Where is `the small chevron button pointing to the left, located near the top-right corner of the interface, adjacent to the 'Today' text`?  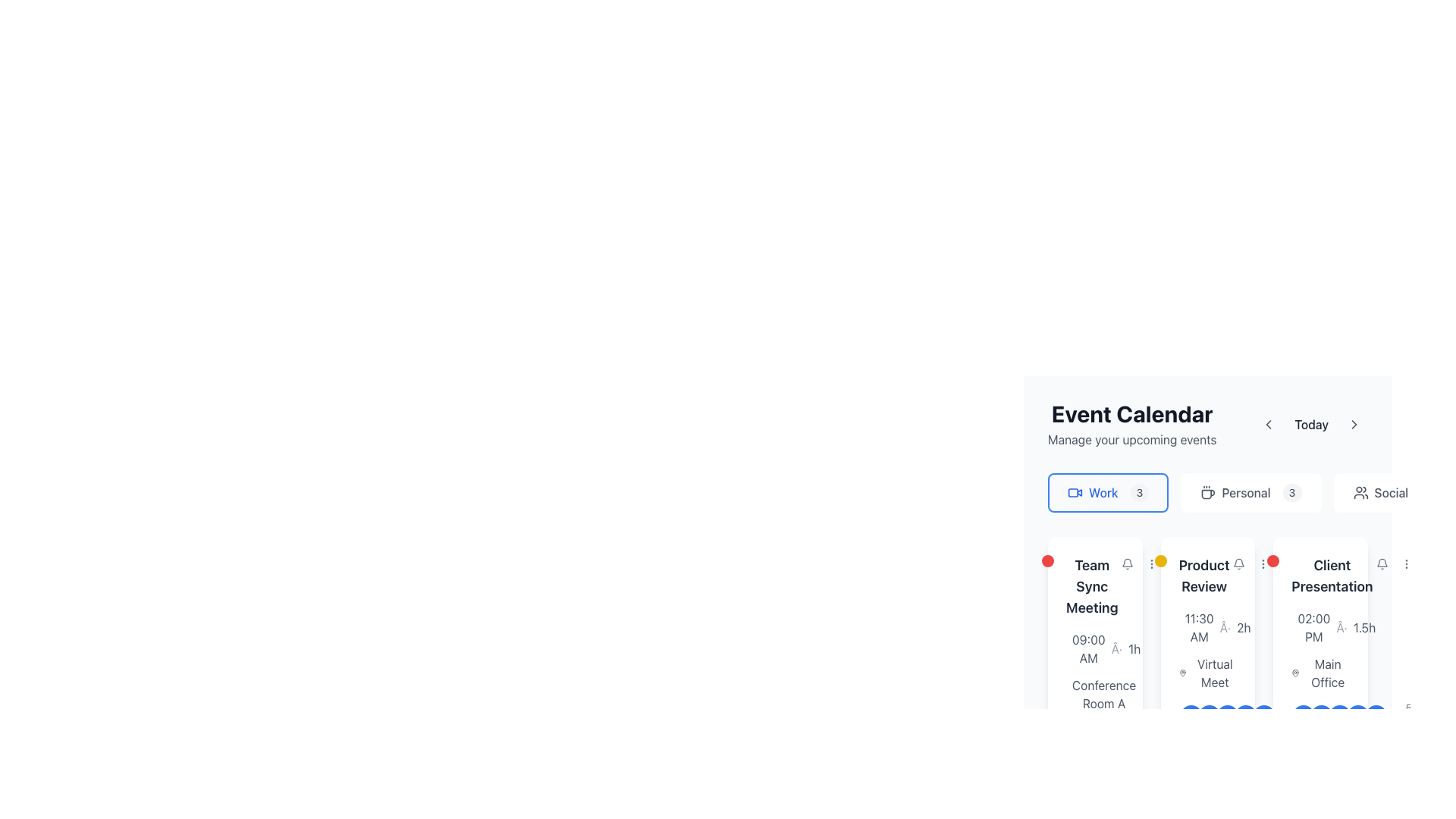 the small chevron button pointing to the left, located near the top-right corner of the interface, adjacent to the 'Today' text is located at coordinates (1269, 424).